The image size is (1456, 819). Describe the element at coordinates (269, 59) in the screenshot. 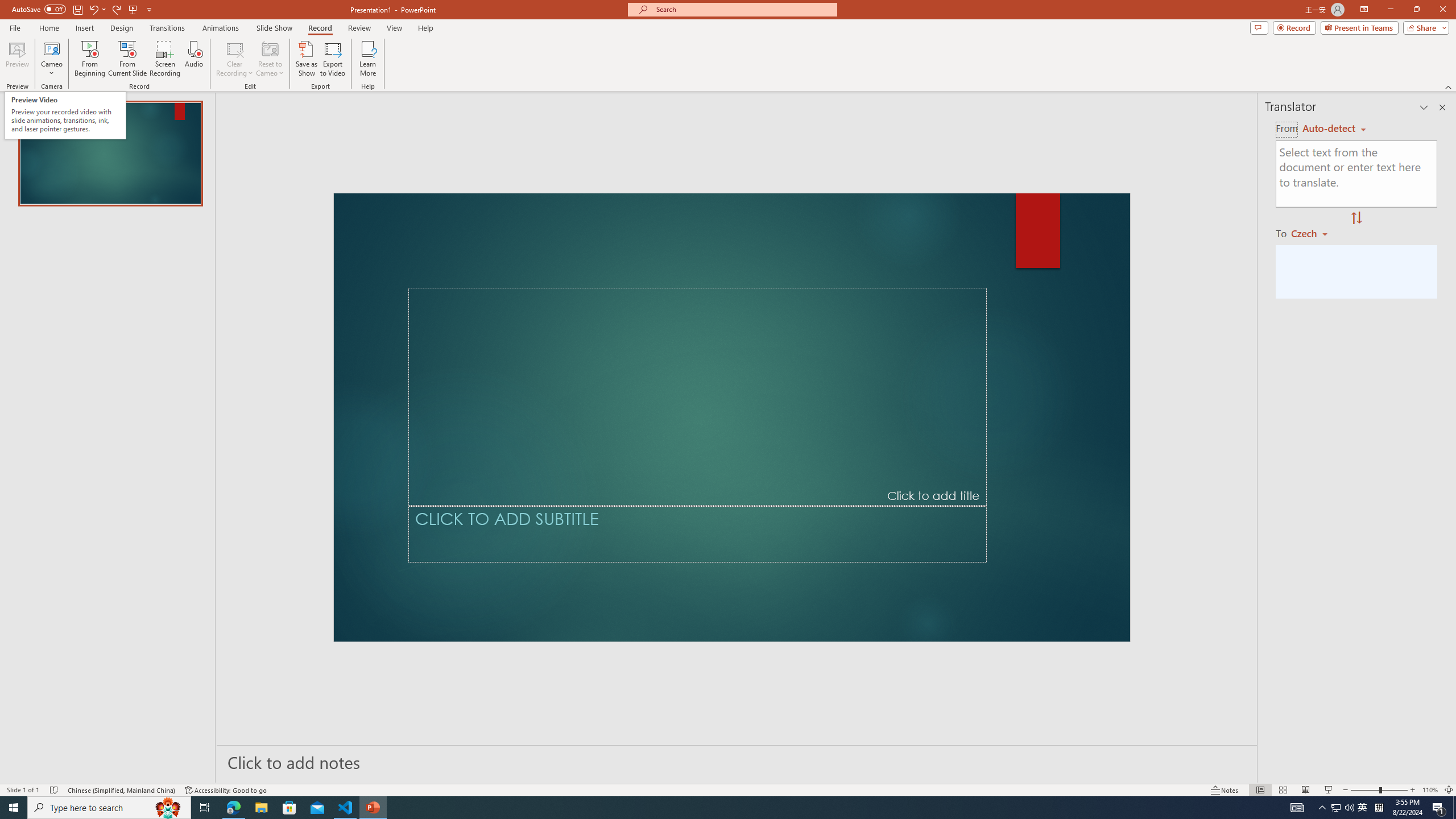

I see `'Reset to Cameo'` at that location.